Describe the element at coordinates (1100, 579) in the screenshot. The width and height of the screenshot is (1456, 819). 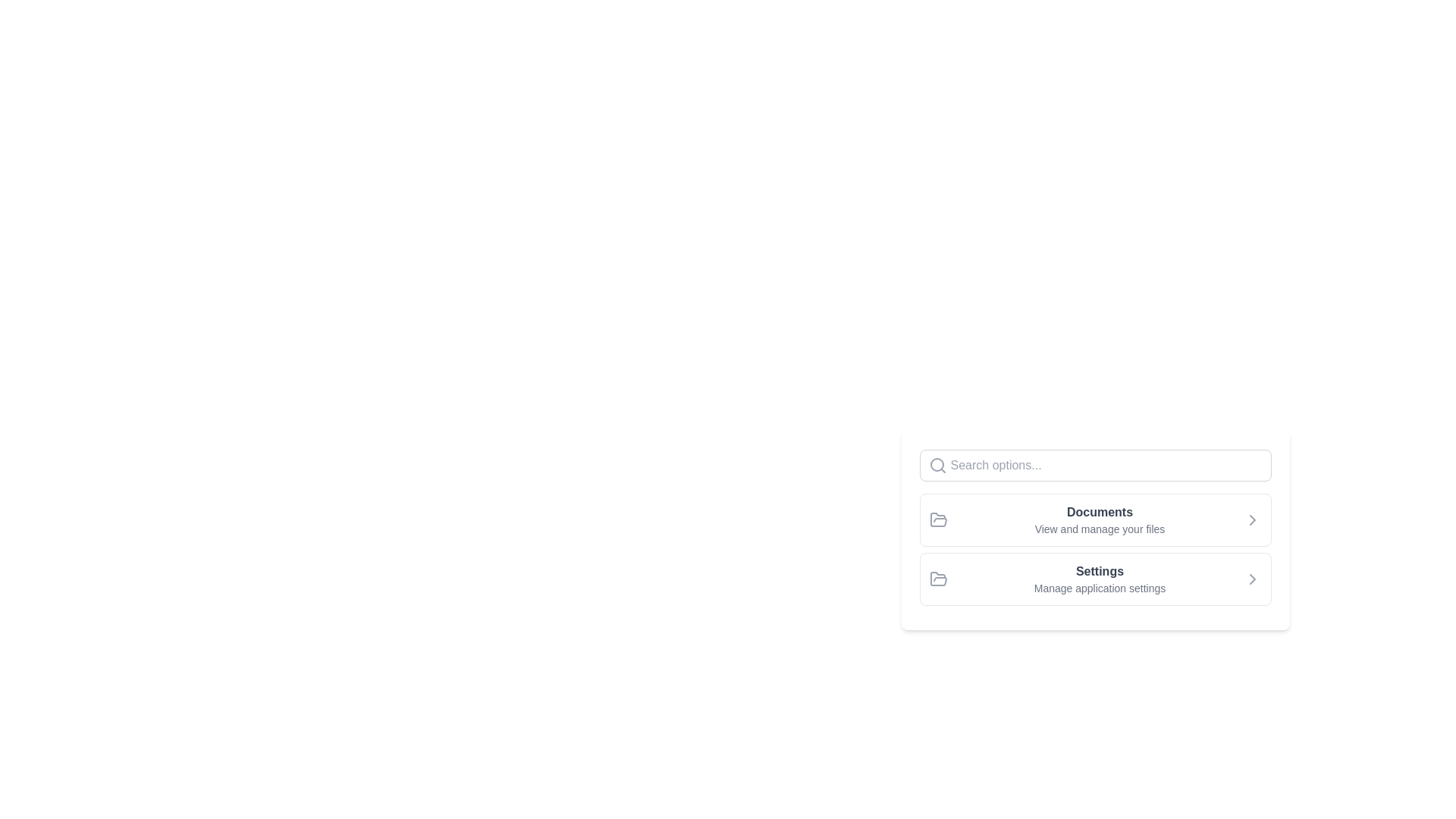
I see `the navigational menu item in the second row of the vertical list` at that location.